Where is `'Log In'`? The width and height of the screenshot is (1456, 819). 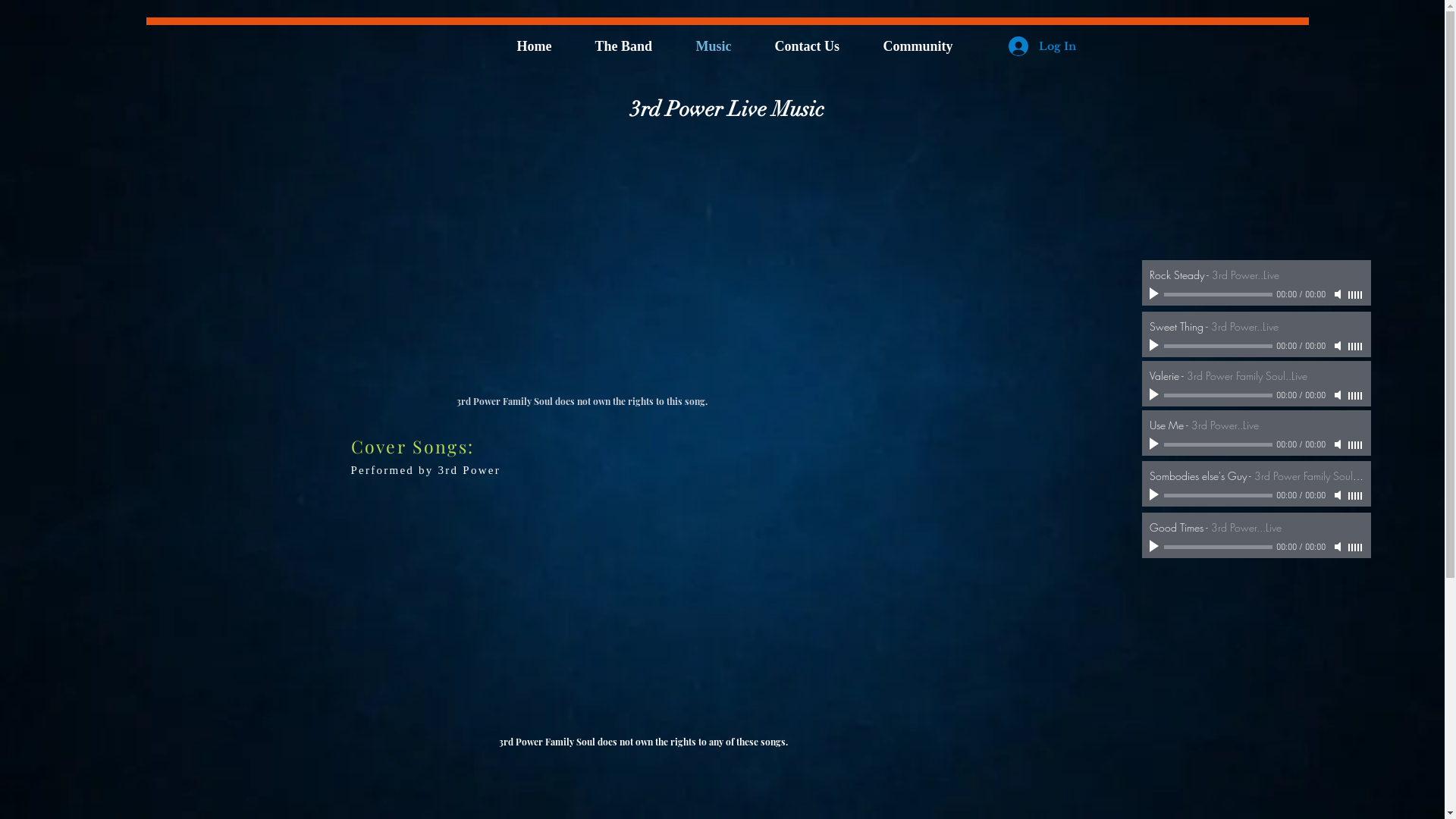 'Log In' is located at coordinates (1041, 45).